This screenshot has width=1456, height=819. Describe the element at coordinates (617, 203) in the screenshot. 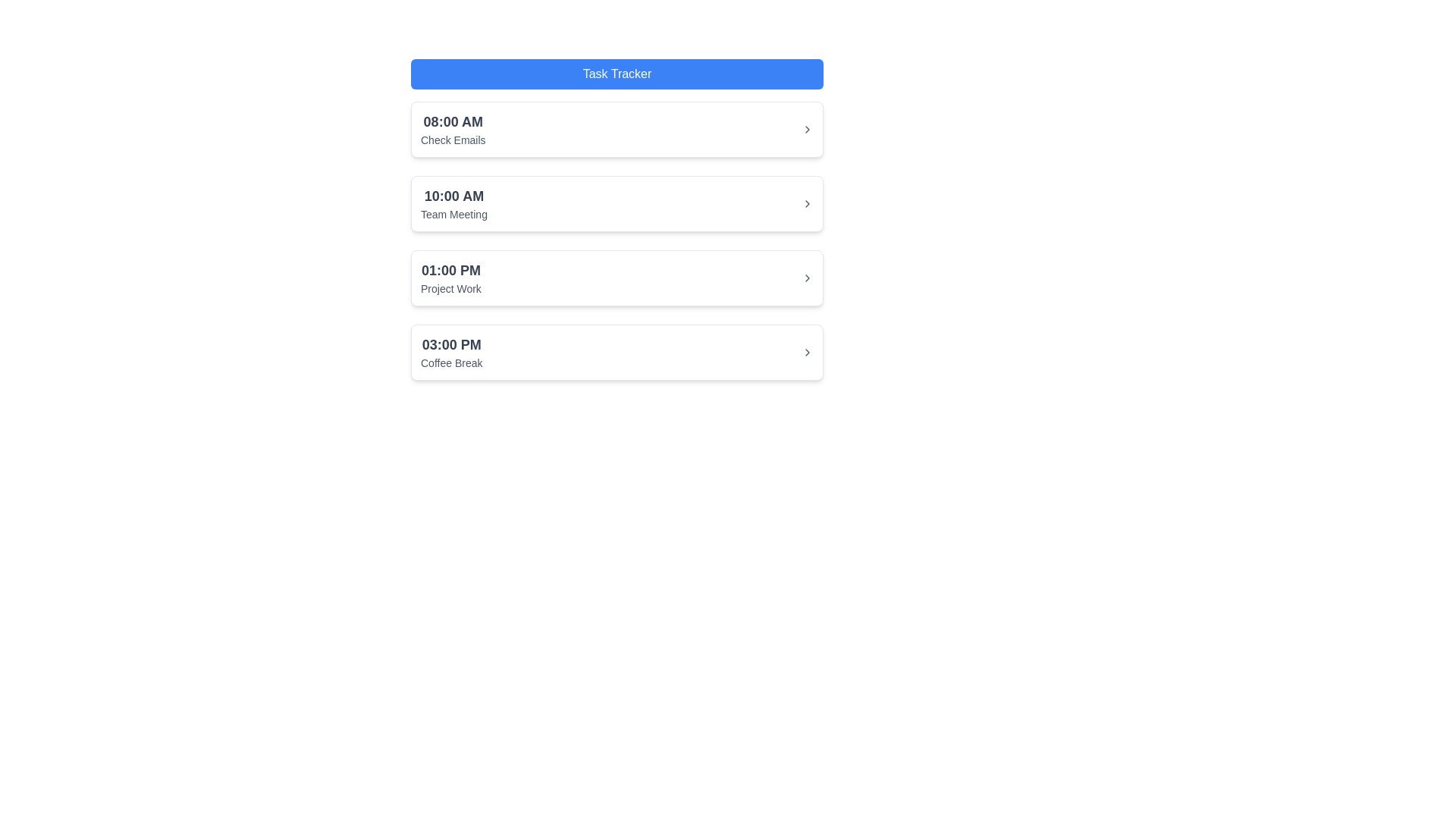

I see `the second list item displaying '10:00 AM' and 'Team Meeting'` at that location.